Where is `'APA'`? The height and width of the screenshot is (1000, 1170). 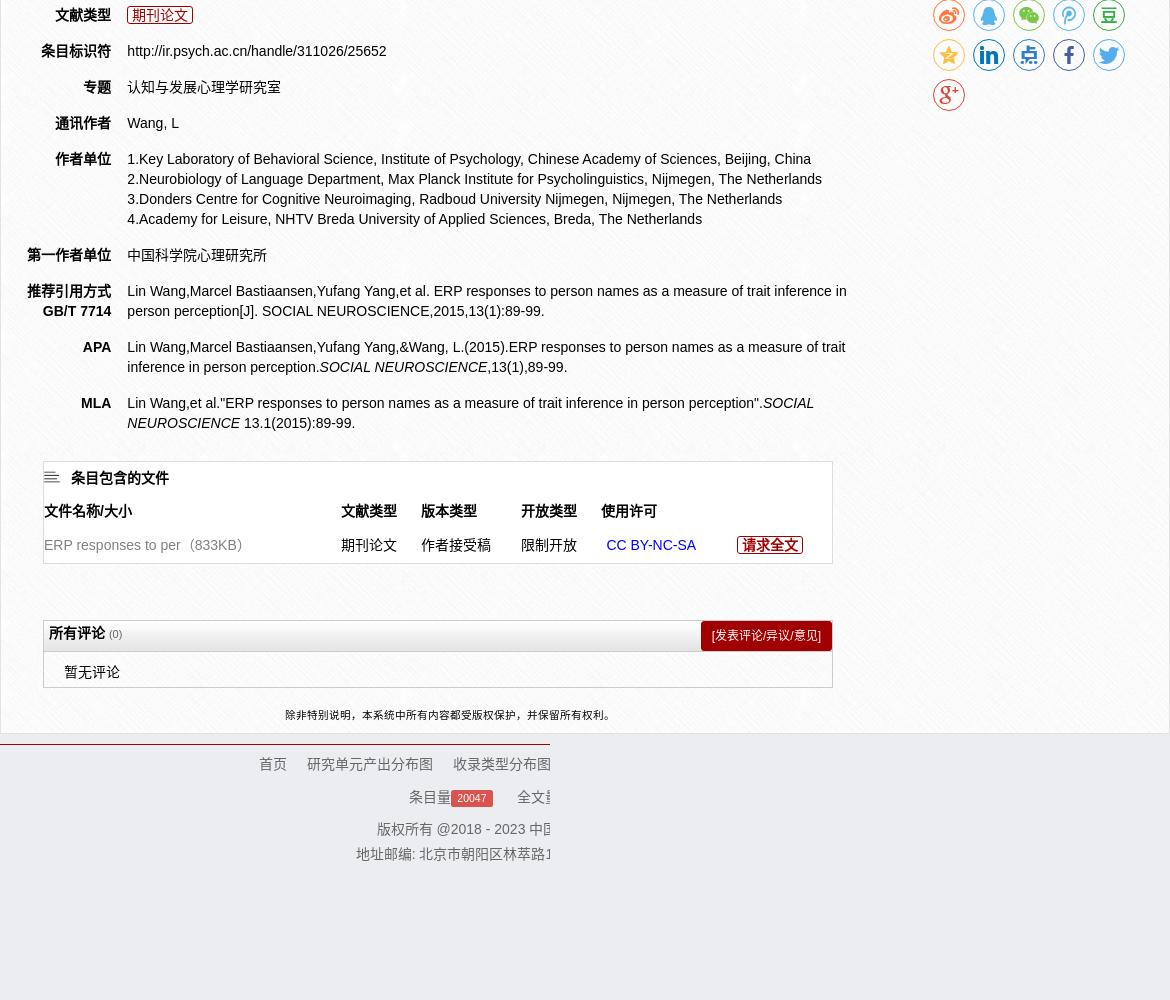
'APA' is located at coordinates (96, 345).